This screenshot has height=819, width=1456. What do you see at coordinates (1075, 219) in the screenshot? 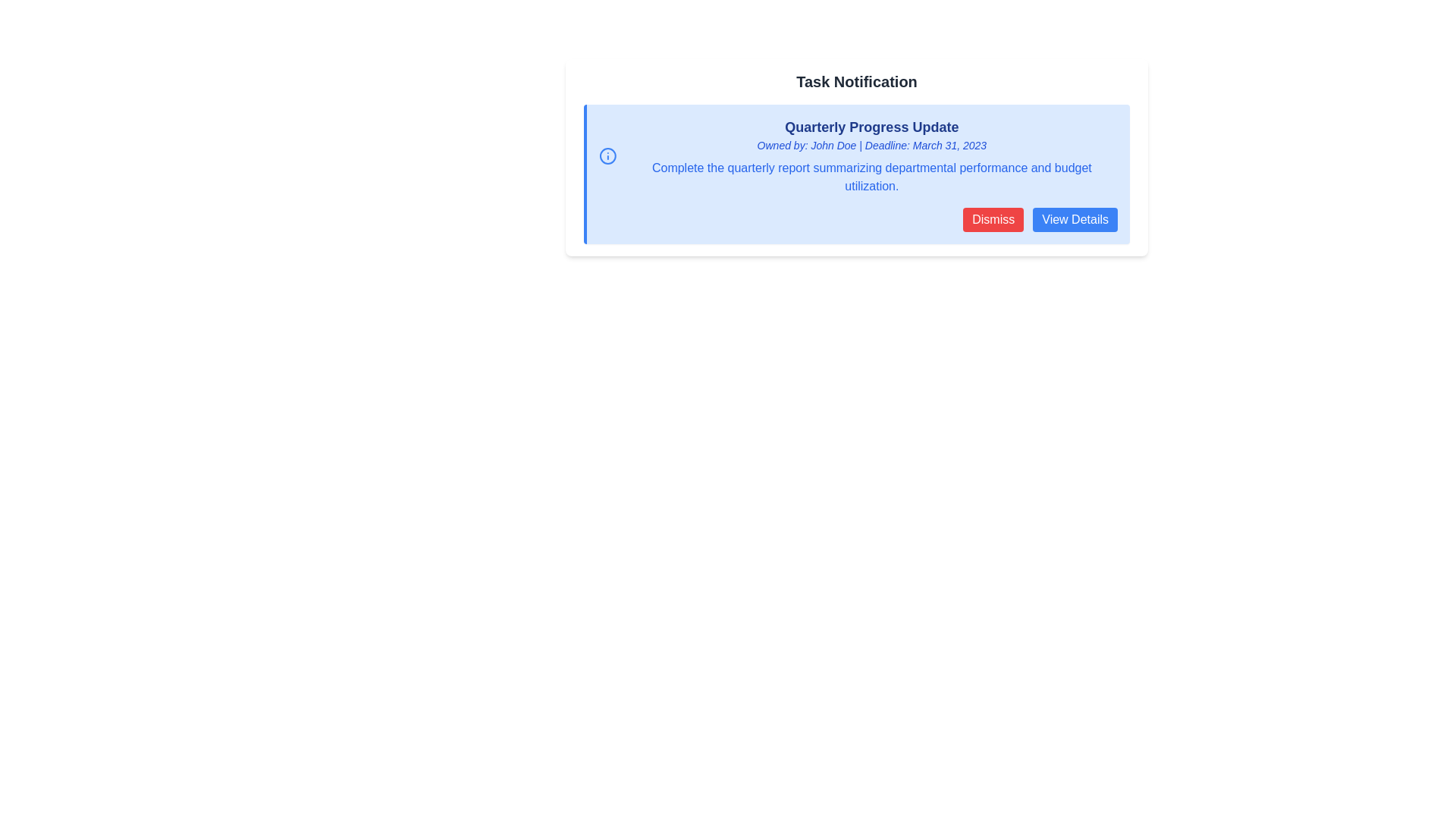
I see `the 'View Details' button, which has a blue background and white text, located at the bottom right of a light blue card, adjacent to the 'Dismiss' button` at bounding box center [1075, 219].